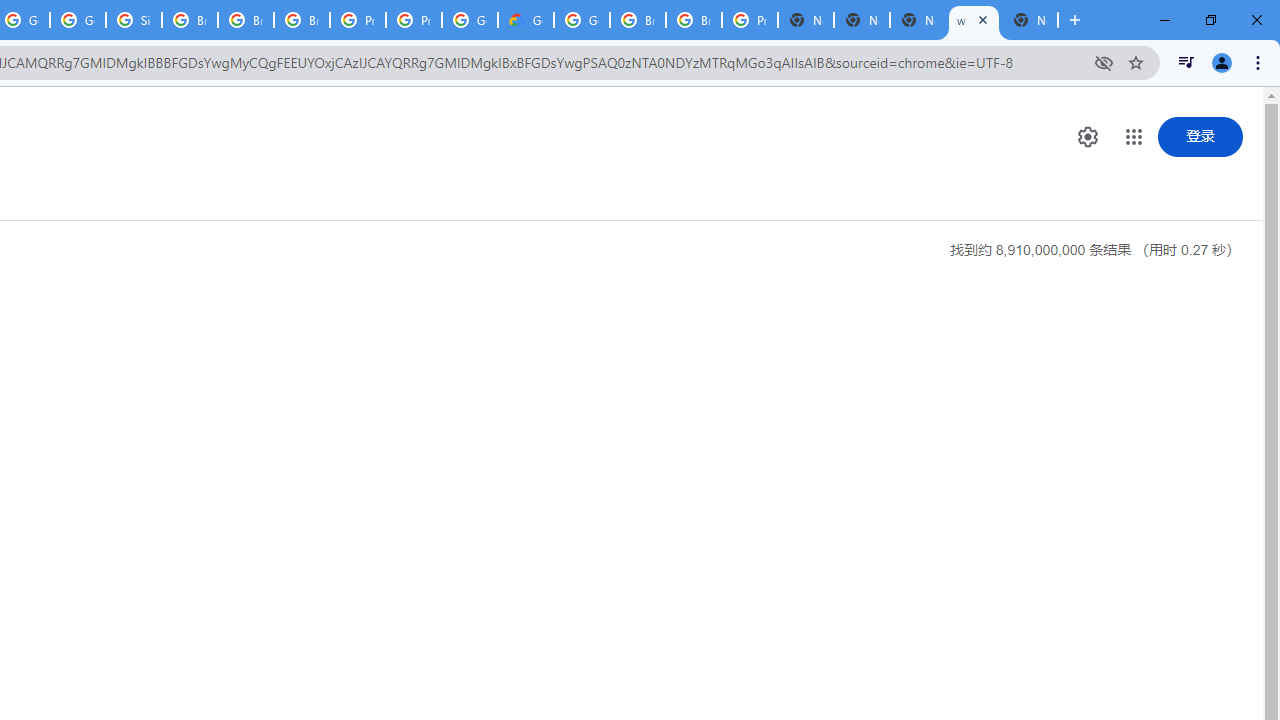 The width and height of the screenshot is (1280, 720). I want to click on 'Google Cloud Estimate Summary', so click(526, 20).